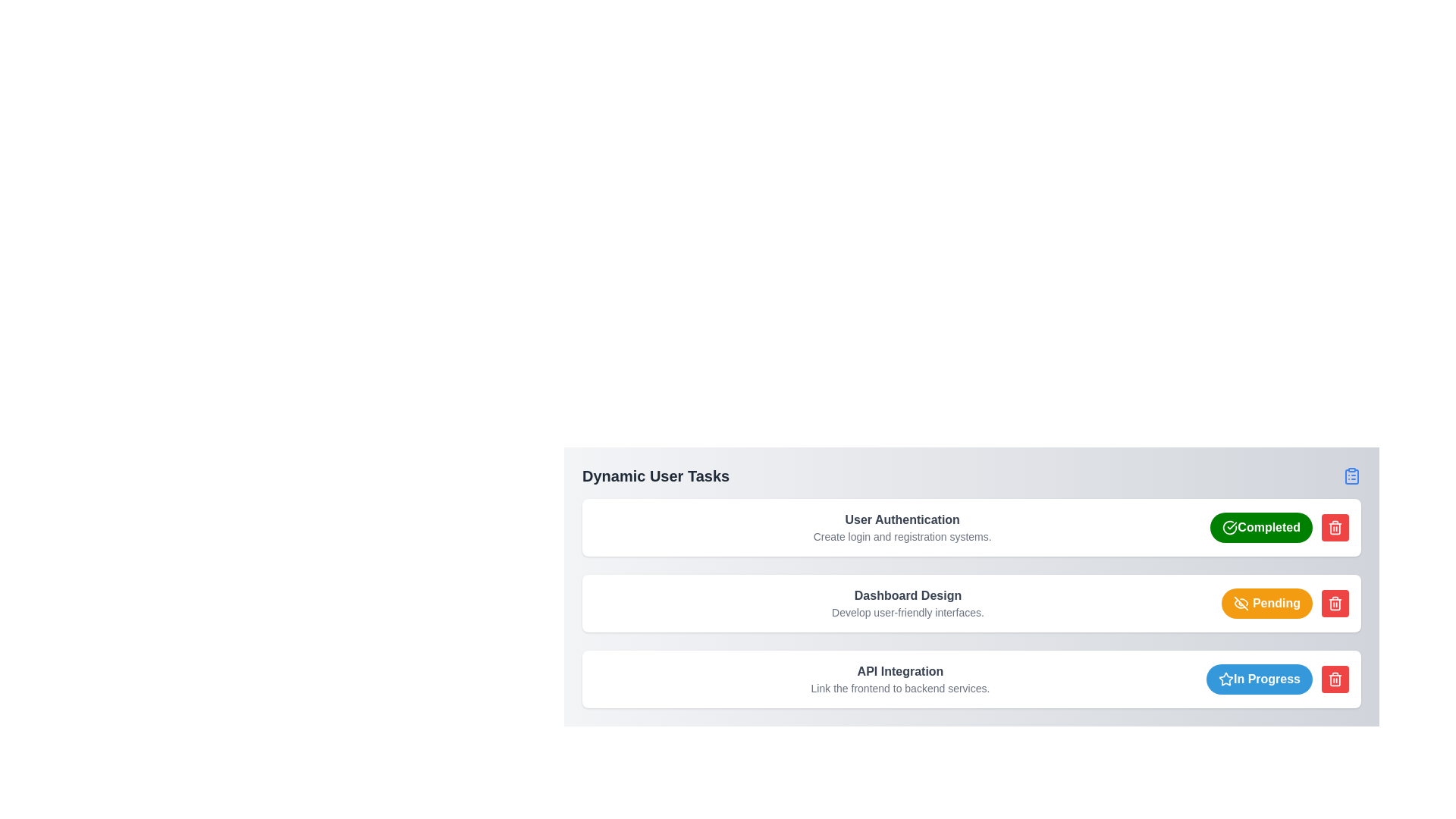  What do you see at coordinates (971, 678) in the screenshot?
I see `the task summary card displaying 'In Progress' status, located in the vertical list of task cards under 'Dynamic User Tasks'` at bounding box center [971, 678].